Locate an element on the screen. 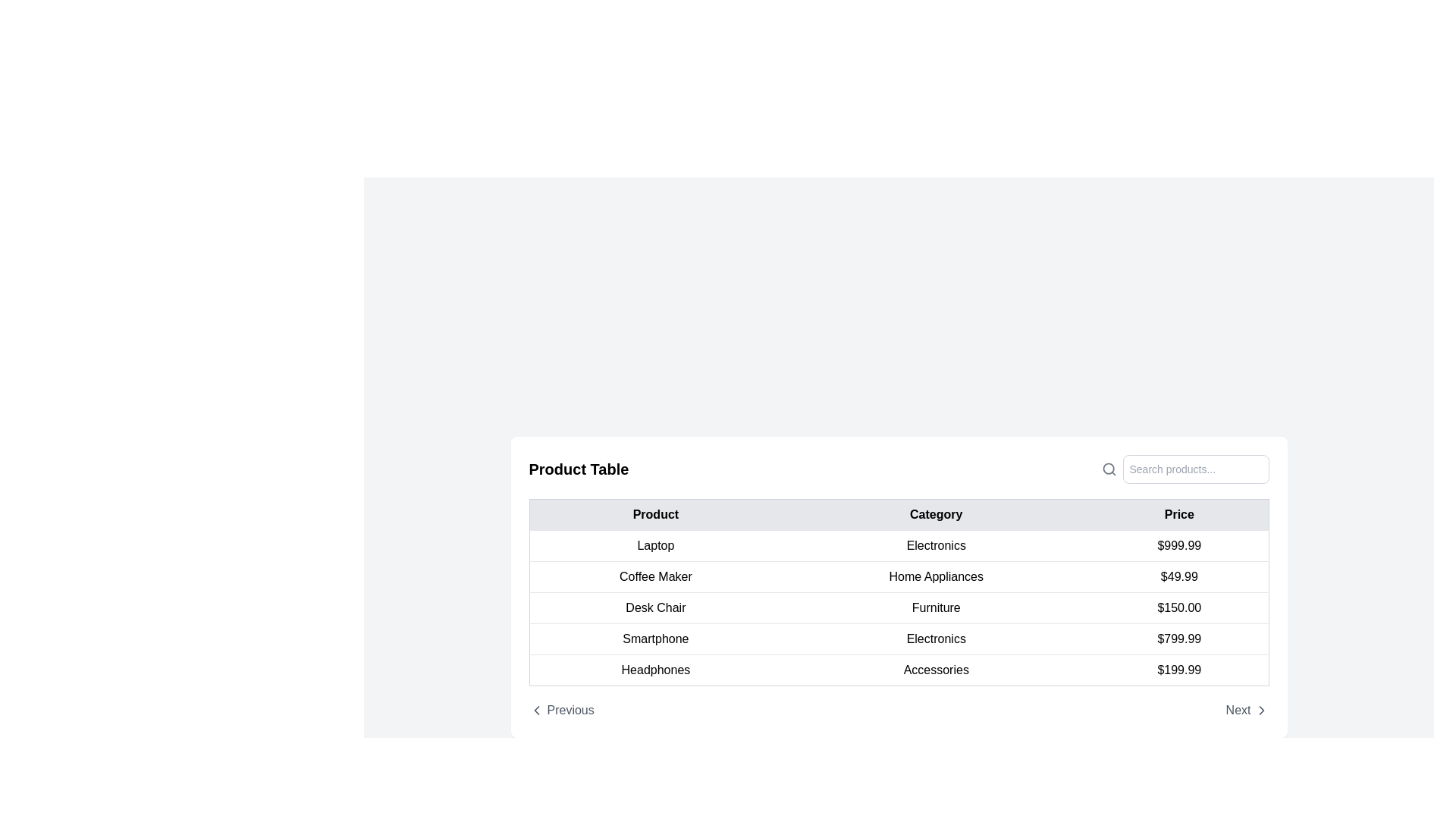  text of the 'Price' column header in the table, which is the third header in the row, located near the top-right corner of the table is located at coordinates (1178, 513).